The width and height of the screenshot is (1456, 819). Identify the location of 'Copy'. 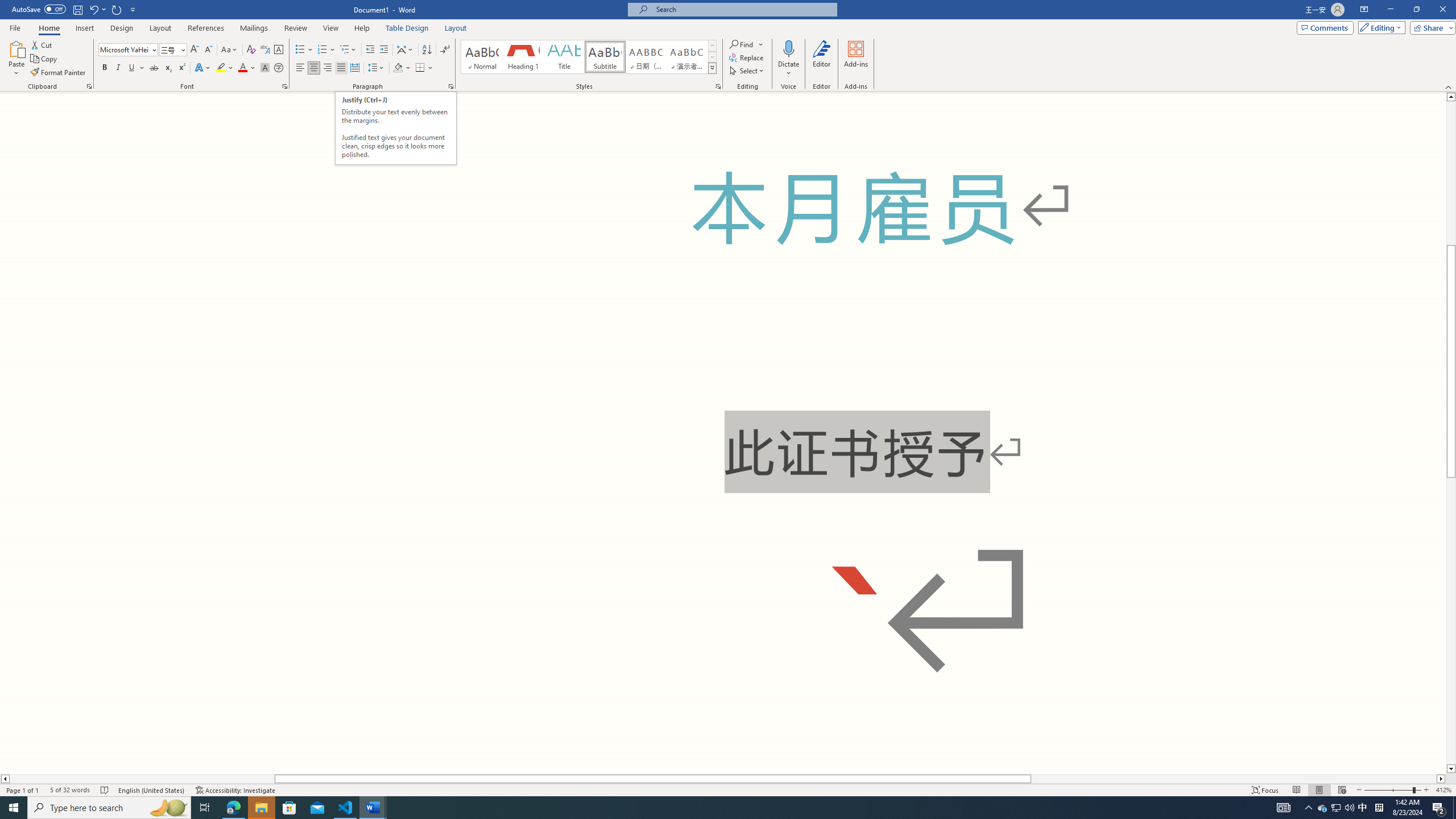
(44, 59).